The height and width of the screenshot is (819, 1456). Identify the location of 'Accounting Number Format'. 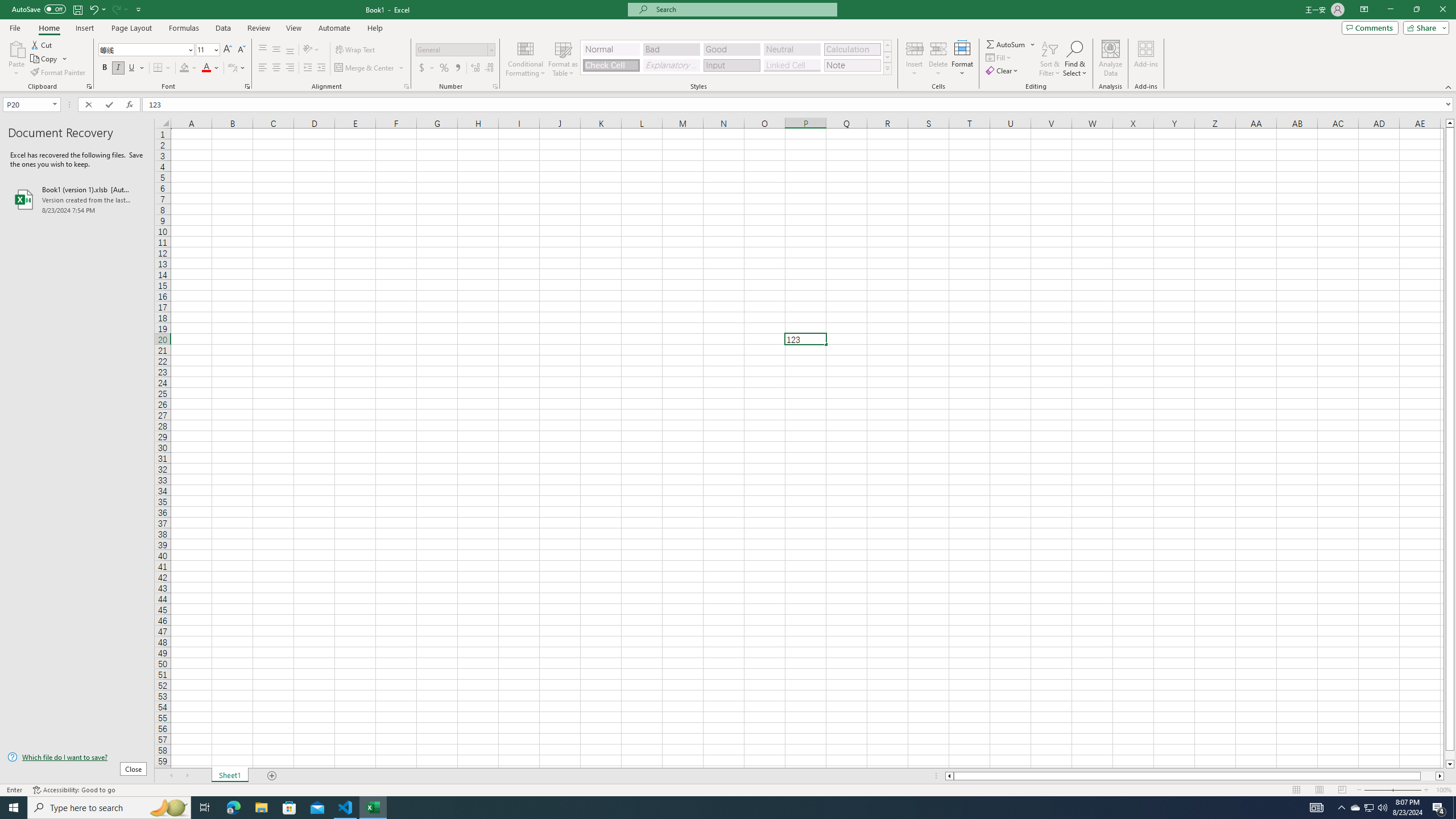
(427, 67).